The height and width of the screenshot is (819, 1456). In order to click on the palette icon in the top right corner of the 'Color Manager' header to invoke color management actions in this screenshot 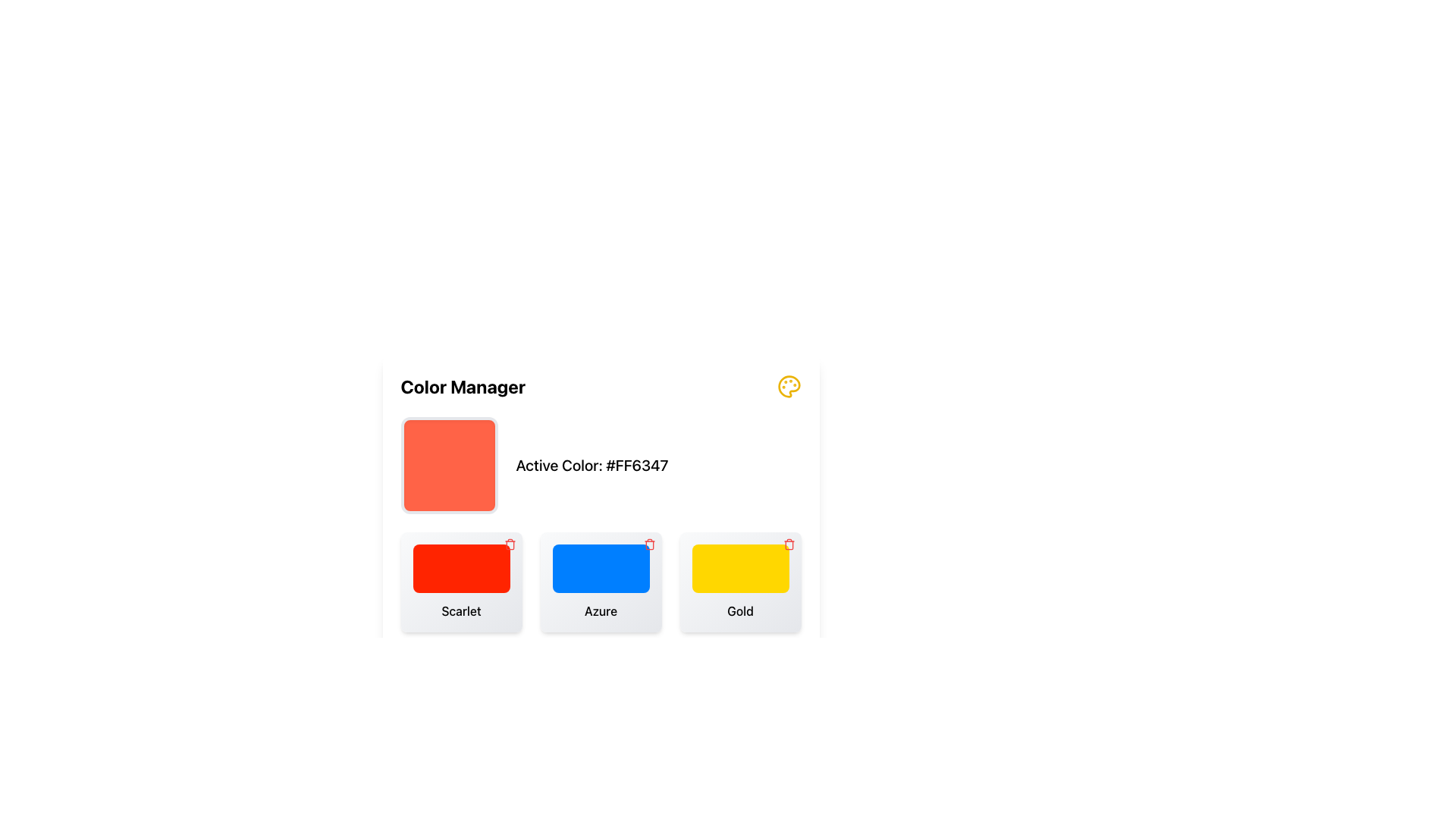, I will do `click(789, 385)`.